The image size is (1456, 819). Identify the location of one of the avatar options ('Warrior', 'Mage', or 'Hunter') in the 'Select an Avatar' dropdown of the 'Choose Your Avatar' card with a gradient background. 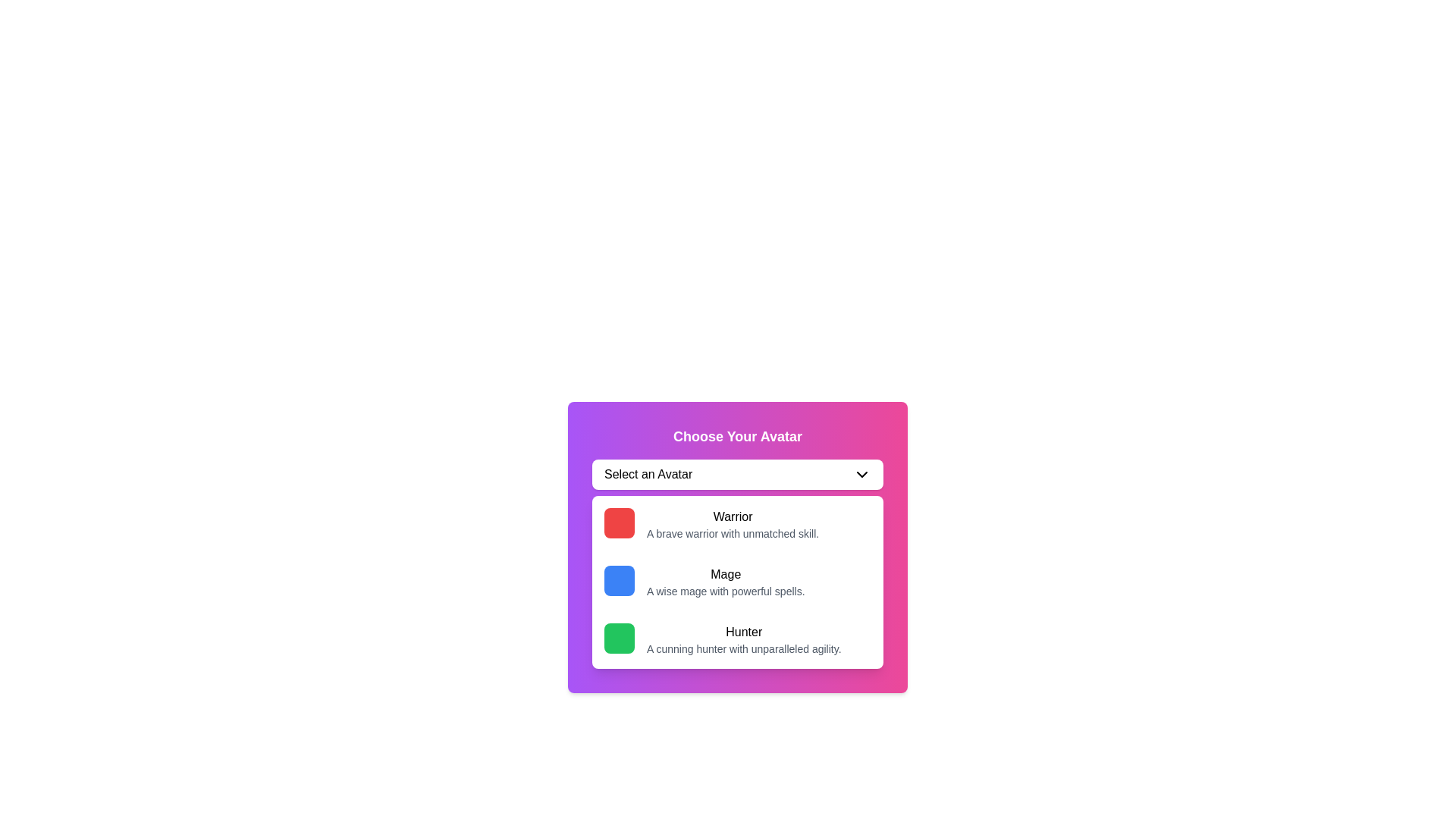
(738, 547).